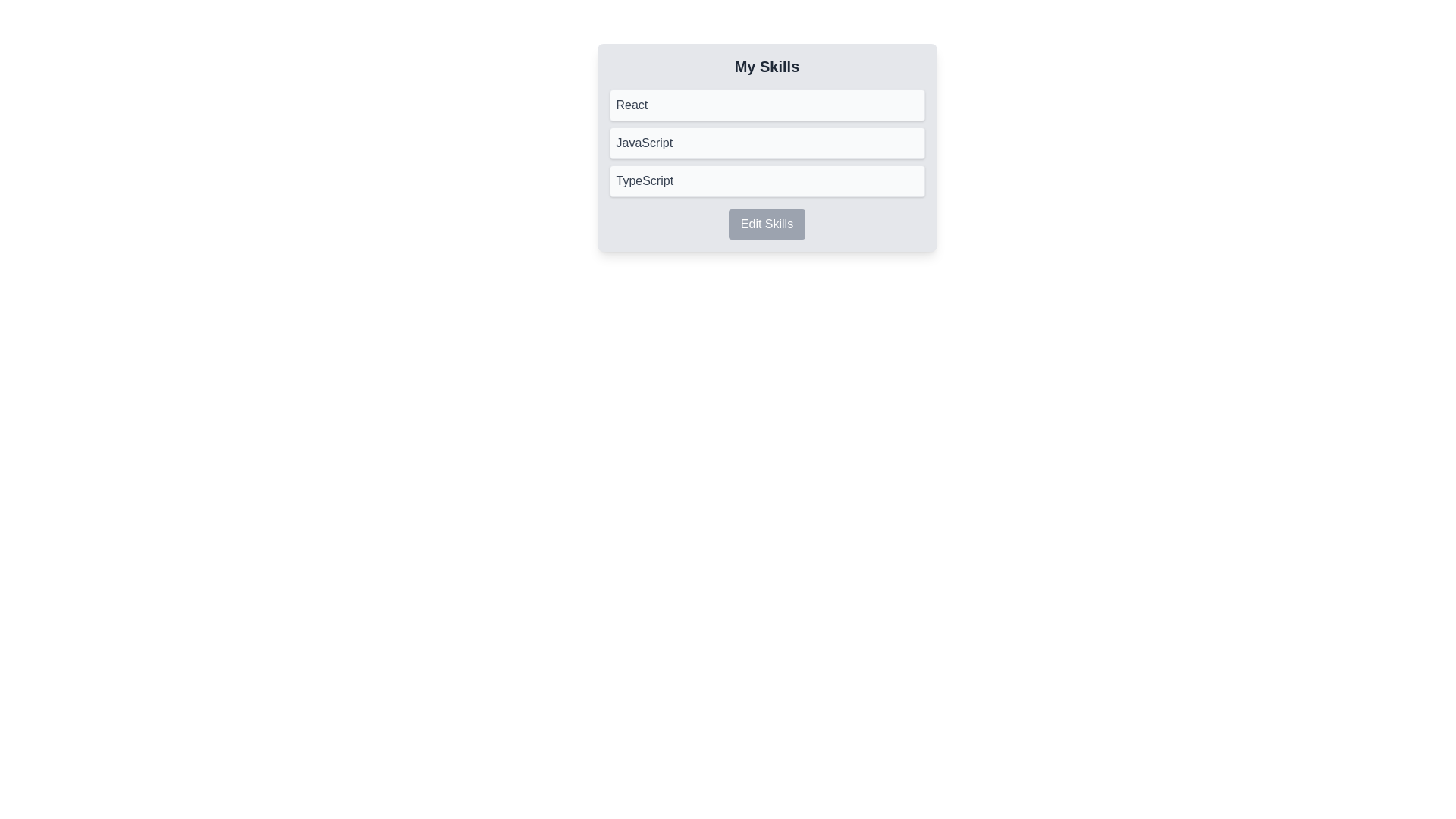  What do you see at coordinates (767, 180) in the screenshot?
I see `the informational display box labeled 'TypeScript', which is the third item in the list of skill labels under 'My Skills'` at bounding box center [767, 180].